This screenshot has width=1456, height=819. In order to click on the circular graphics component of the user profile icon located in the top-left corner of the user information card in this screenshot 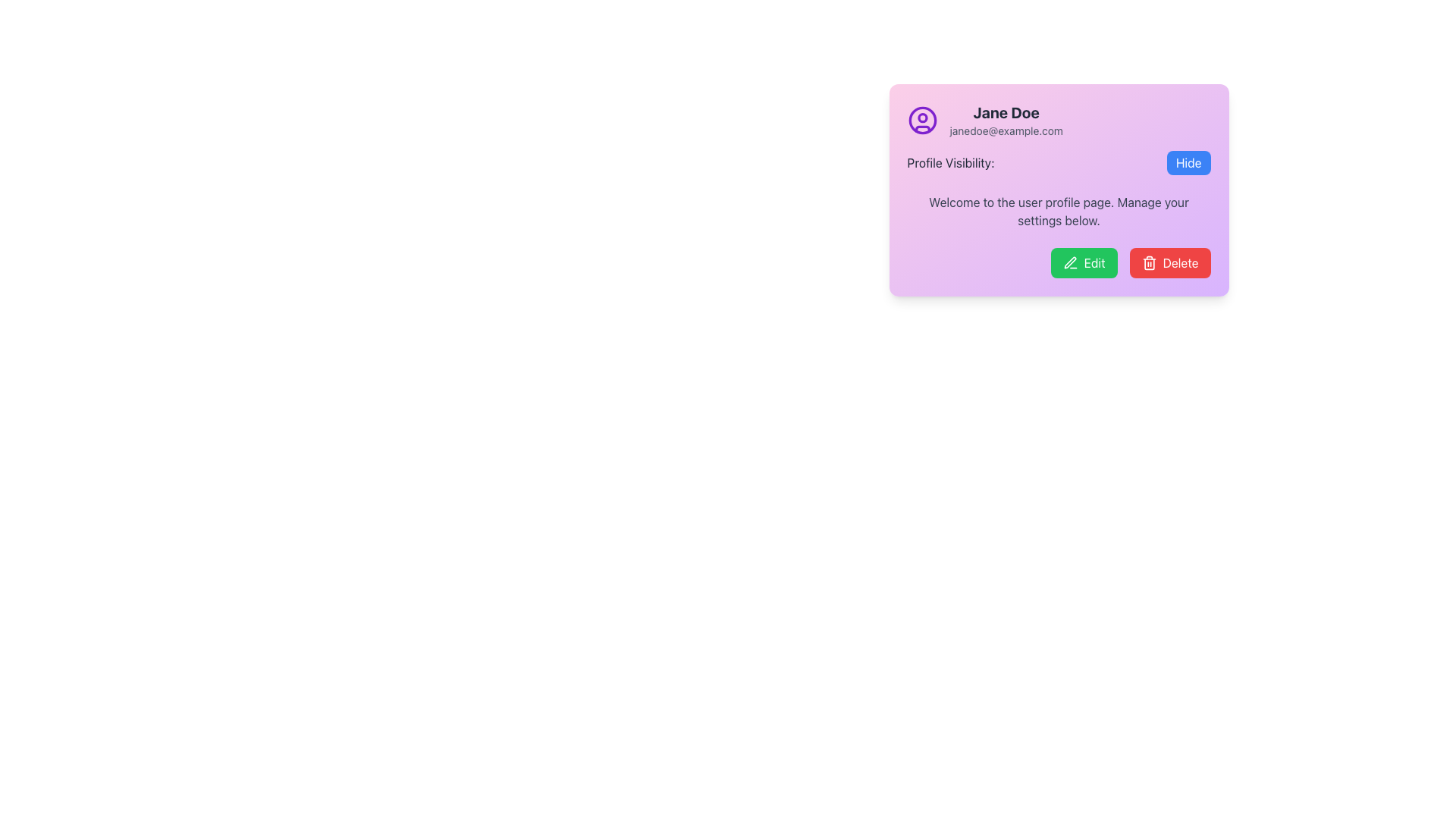, I will do `click(921, 119)`.